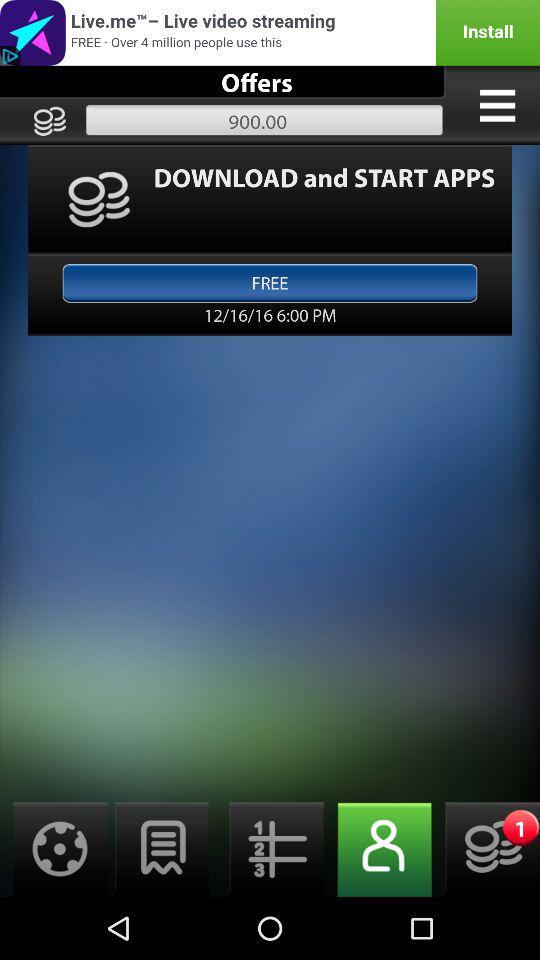  I want to click on the settings icon, so click(54, 909).